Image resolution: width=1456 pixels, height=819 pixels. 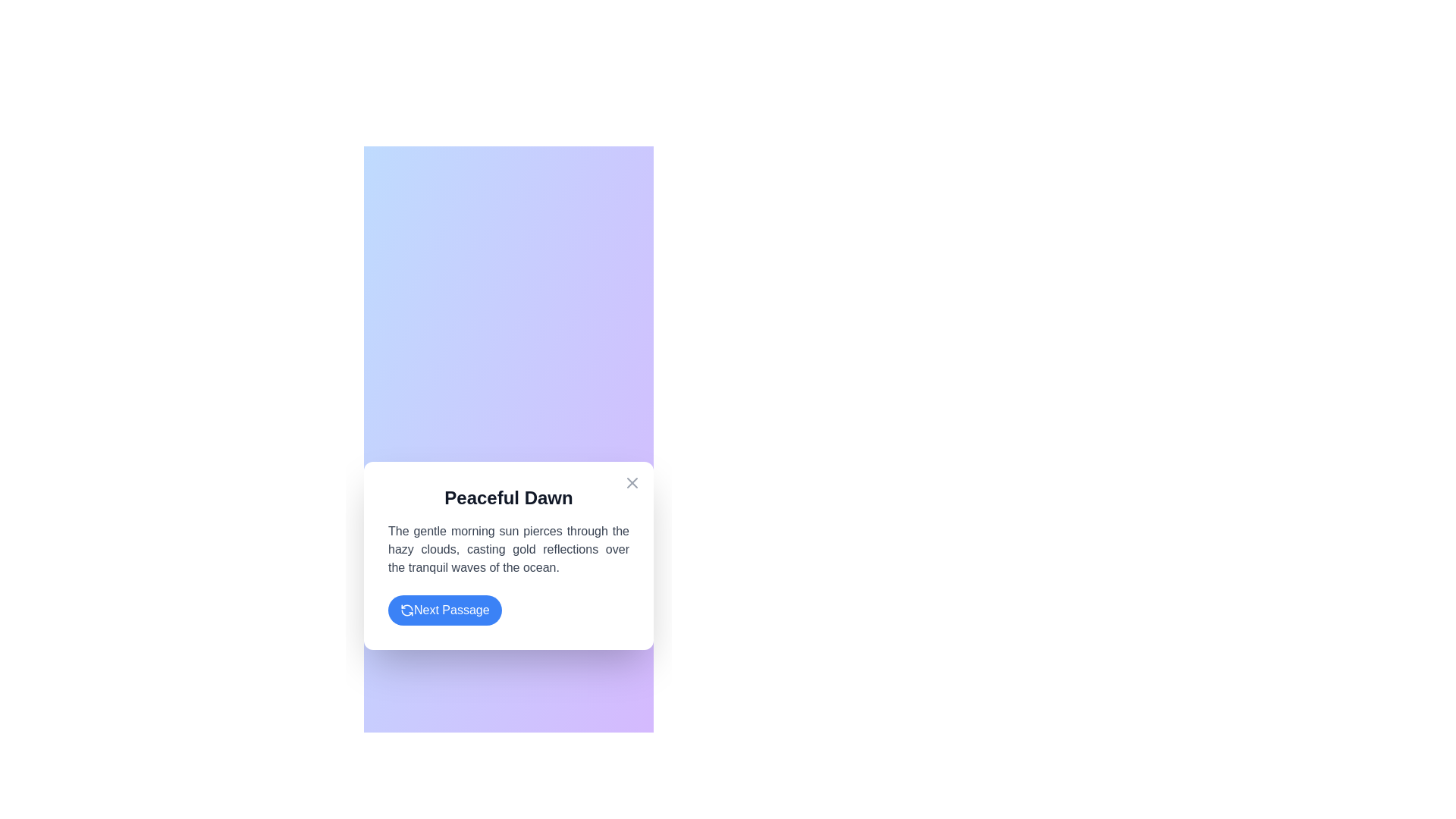 What do you see at coordinates (632, 482) in the screenshot?
I see `the close button to close the dialog box` at bounding box center [632, 482].